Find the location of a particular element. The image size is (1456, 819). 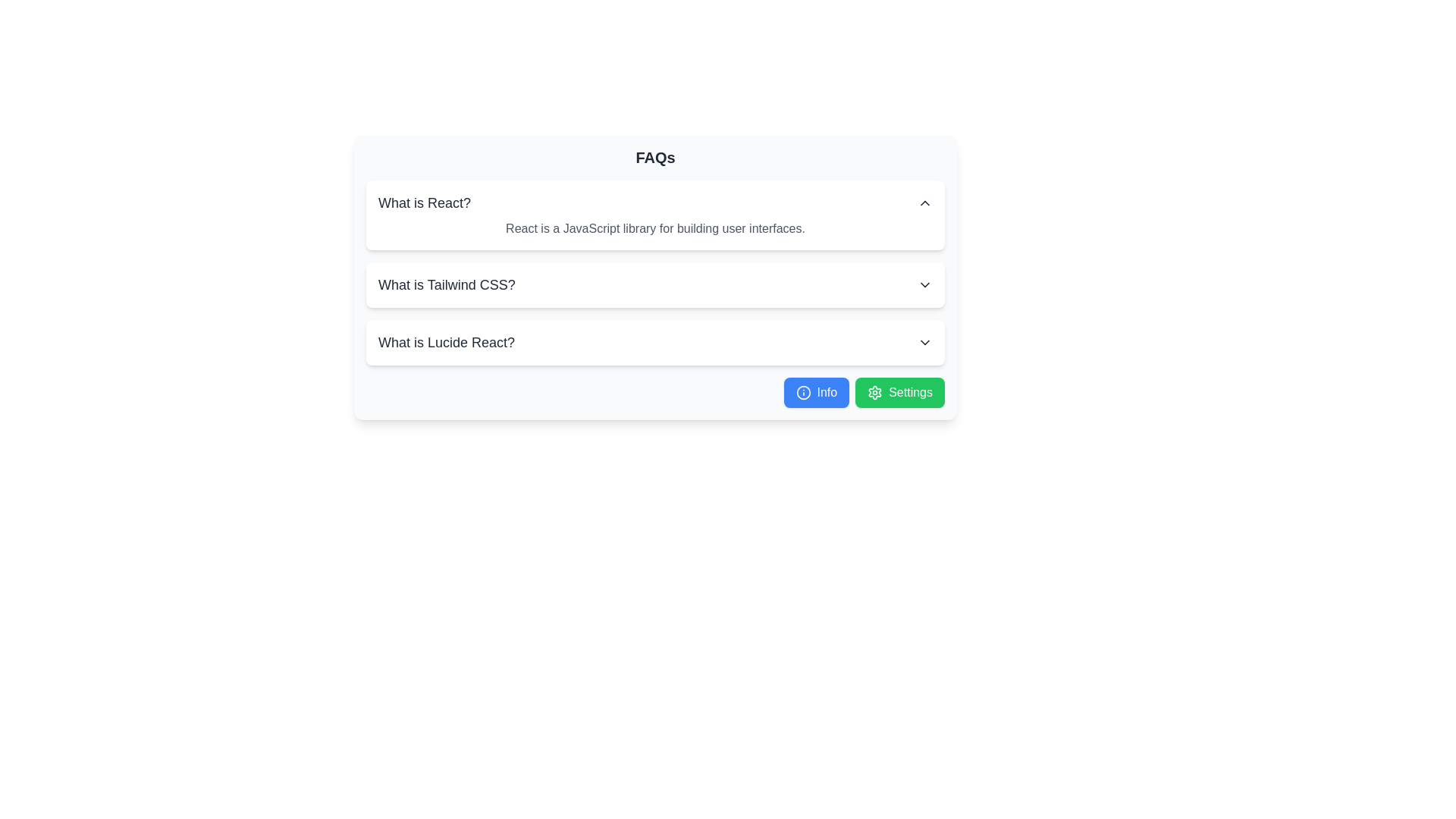

the question title in the Expandable List is located at coordinates (655, 271).